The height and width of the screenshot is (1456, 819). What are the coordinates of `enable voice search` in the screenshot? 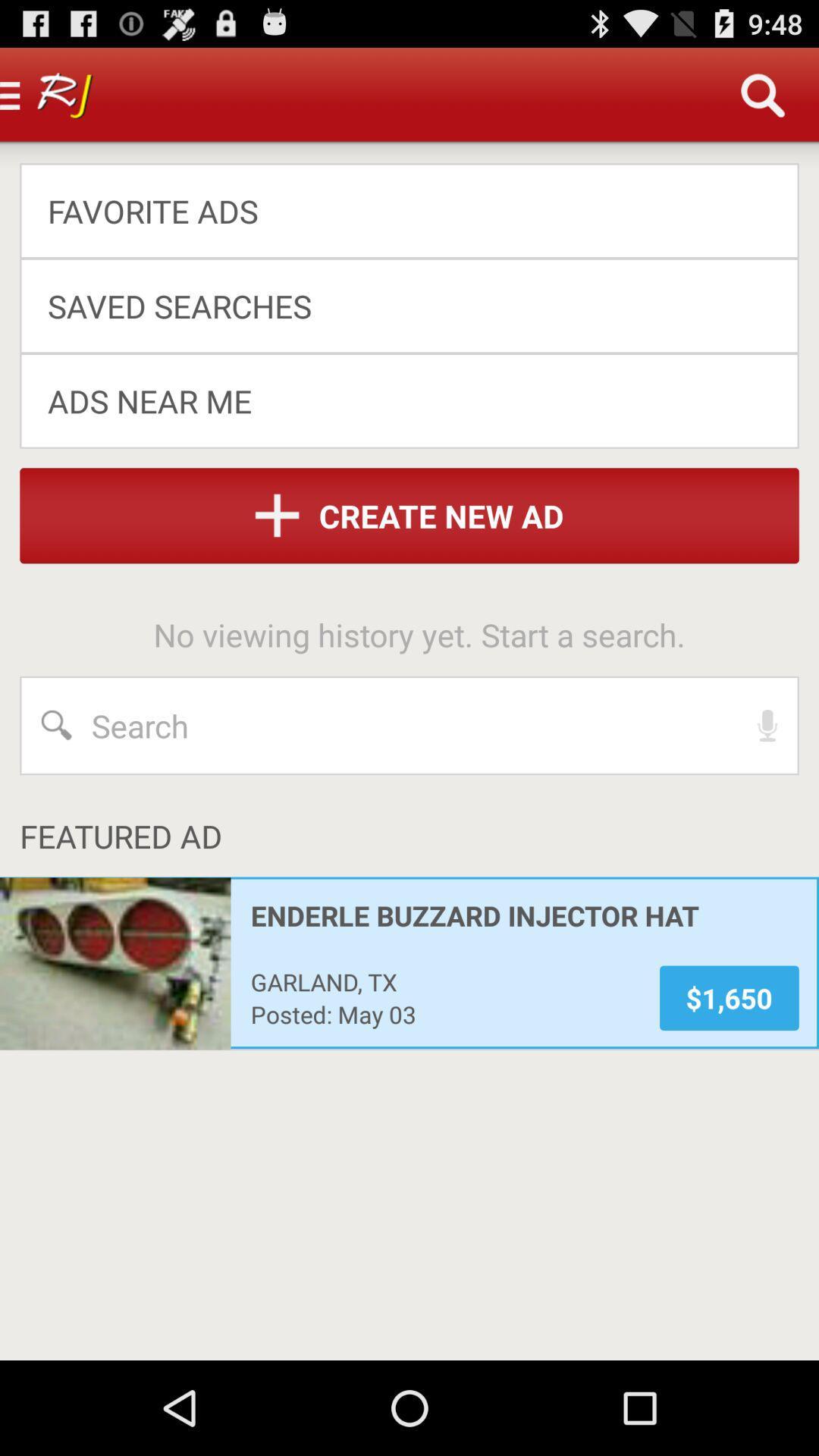 It's located at (767, 724).